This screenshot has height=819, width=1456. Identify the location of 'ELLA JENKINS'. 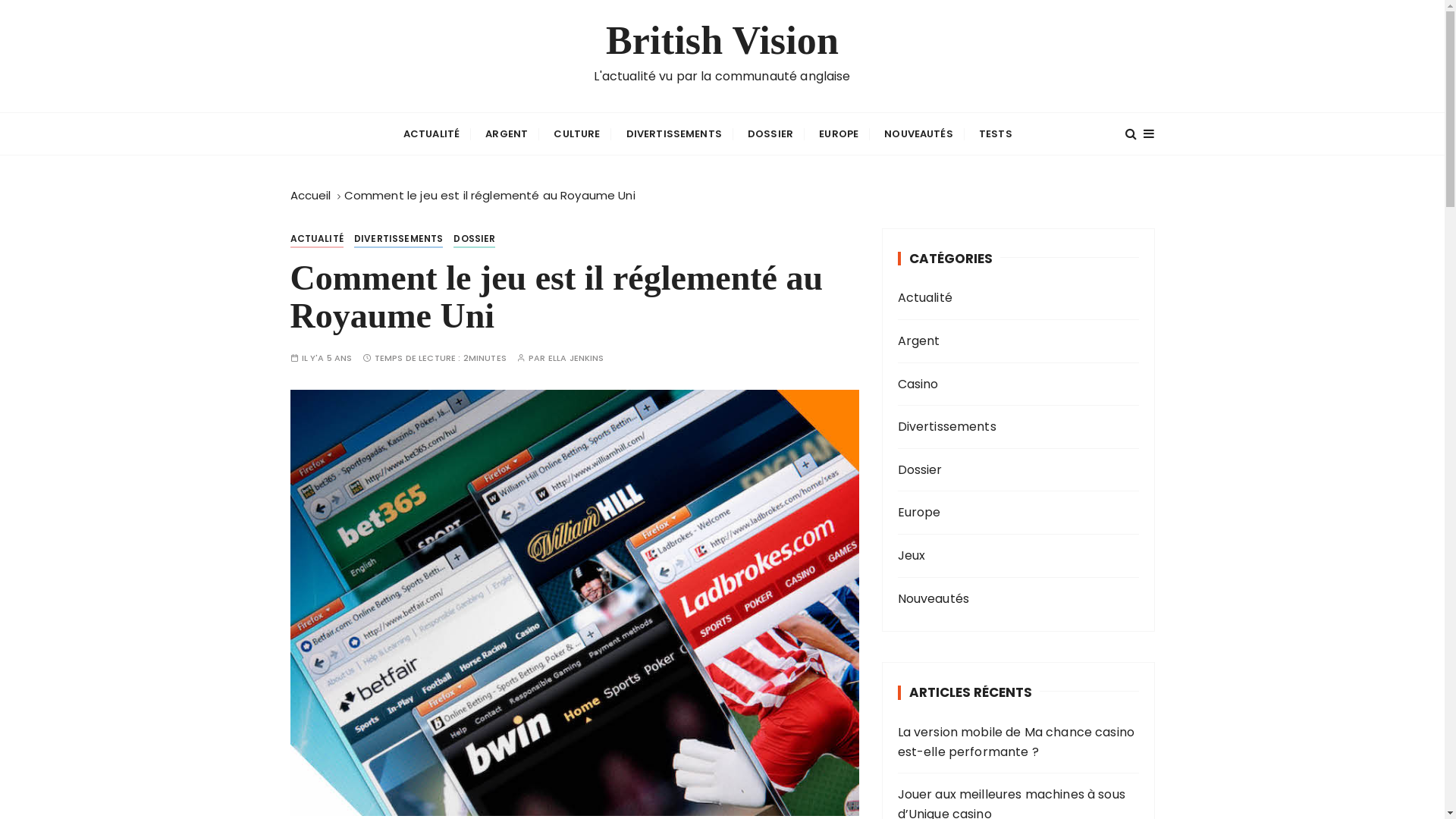
(575, 358).